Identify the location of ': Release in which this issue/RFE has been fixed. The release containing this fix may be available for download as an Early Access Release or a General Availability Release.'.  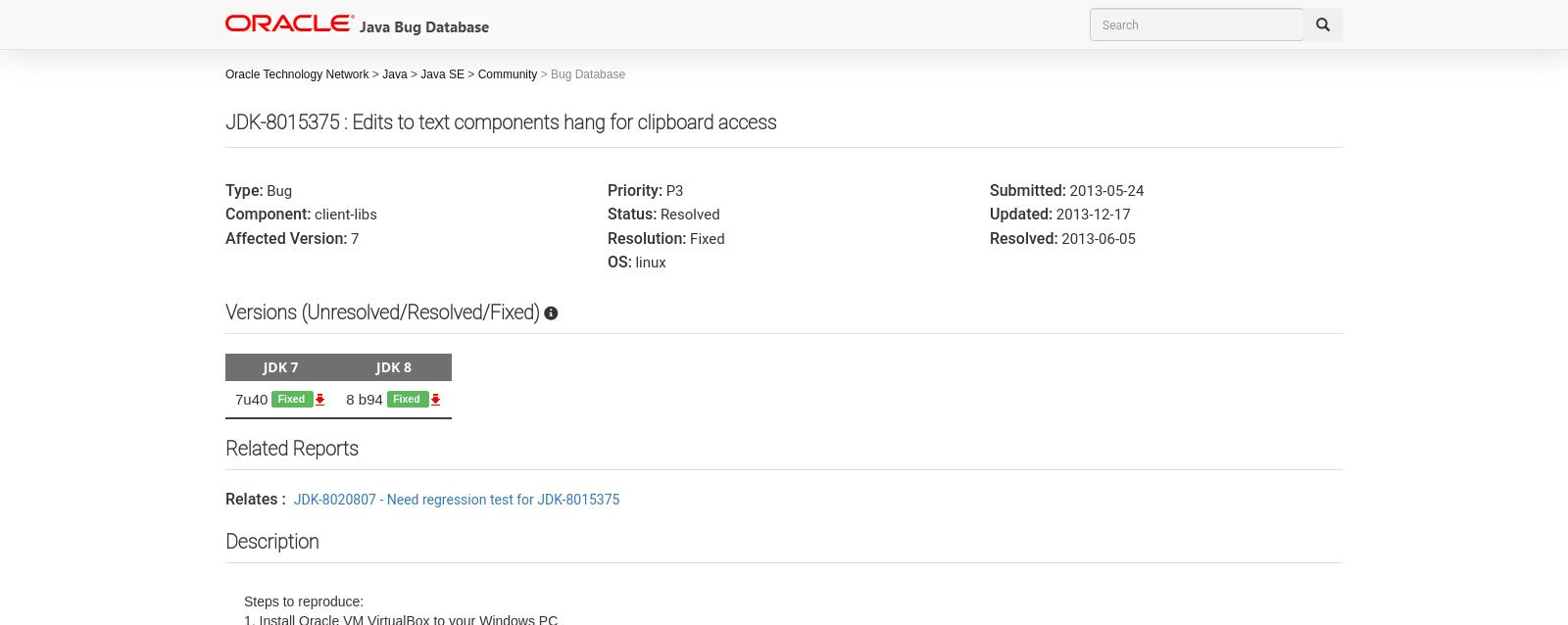
(573, 376).